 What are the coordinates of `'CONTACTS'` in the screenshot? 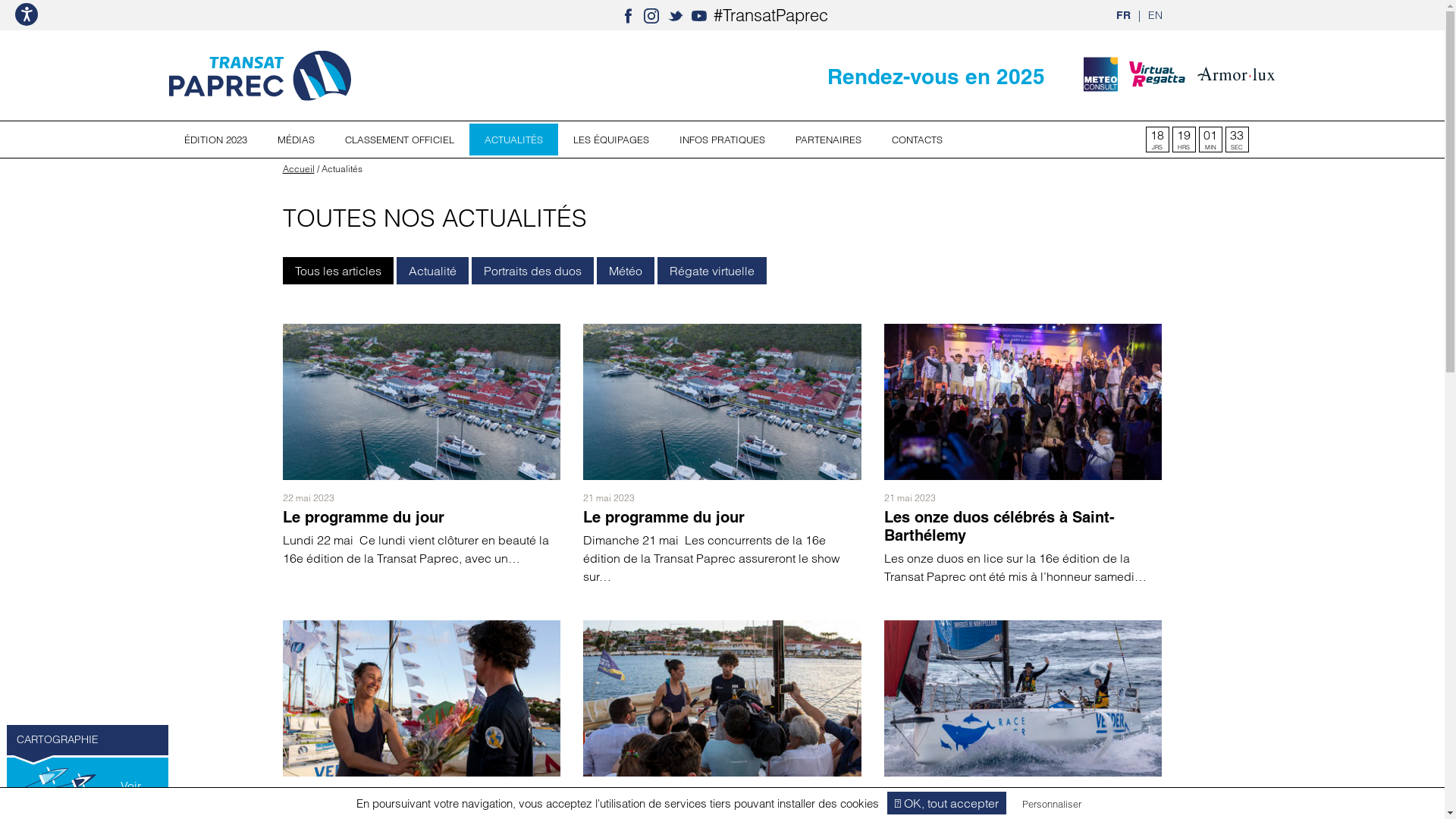 It's located at (916, 140).